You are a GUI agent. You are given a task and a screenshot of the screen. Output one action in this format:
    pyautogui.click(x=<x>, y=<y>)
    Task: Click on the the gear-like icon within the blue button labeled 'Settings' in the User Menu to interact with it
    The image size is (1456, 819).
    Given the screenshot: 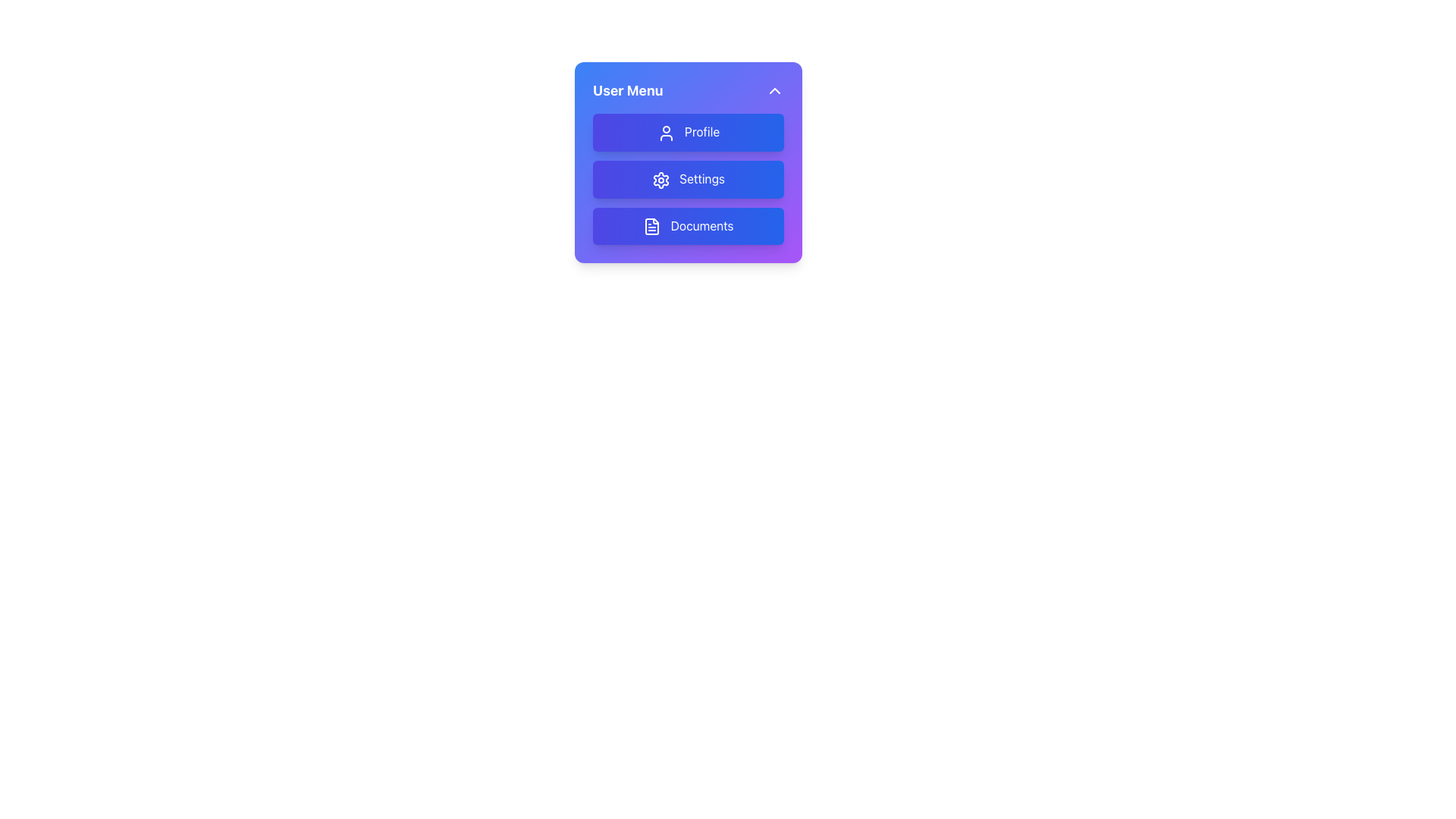 What is the action you would take?
    pyautogui.click(x=661, y=179)
    